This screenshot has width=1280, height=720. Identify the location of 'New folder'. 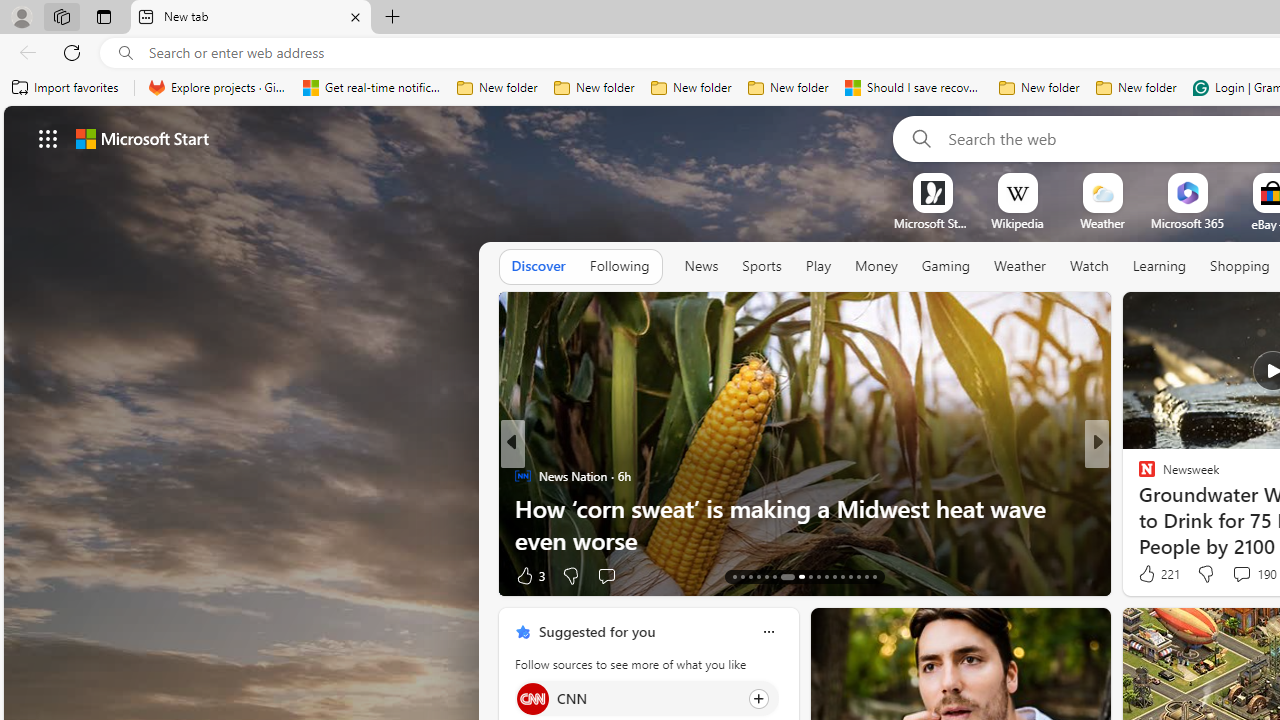
(1136, 87).